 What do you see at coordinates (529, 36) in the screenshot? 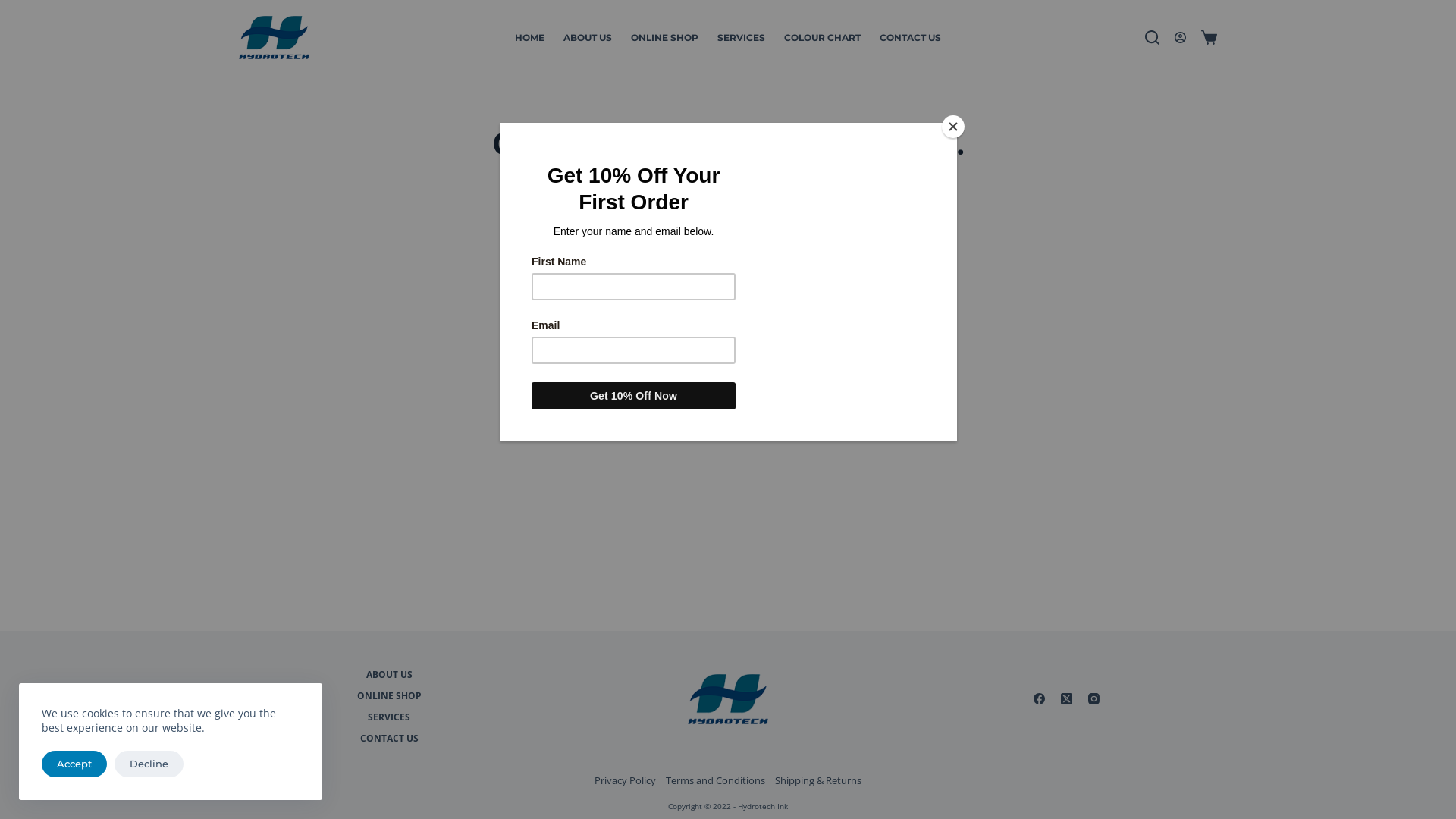
I see `'HOME'` at bounding box center [529, 36].